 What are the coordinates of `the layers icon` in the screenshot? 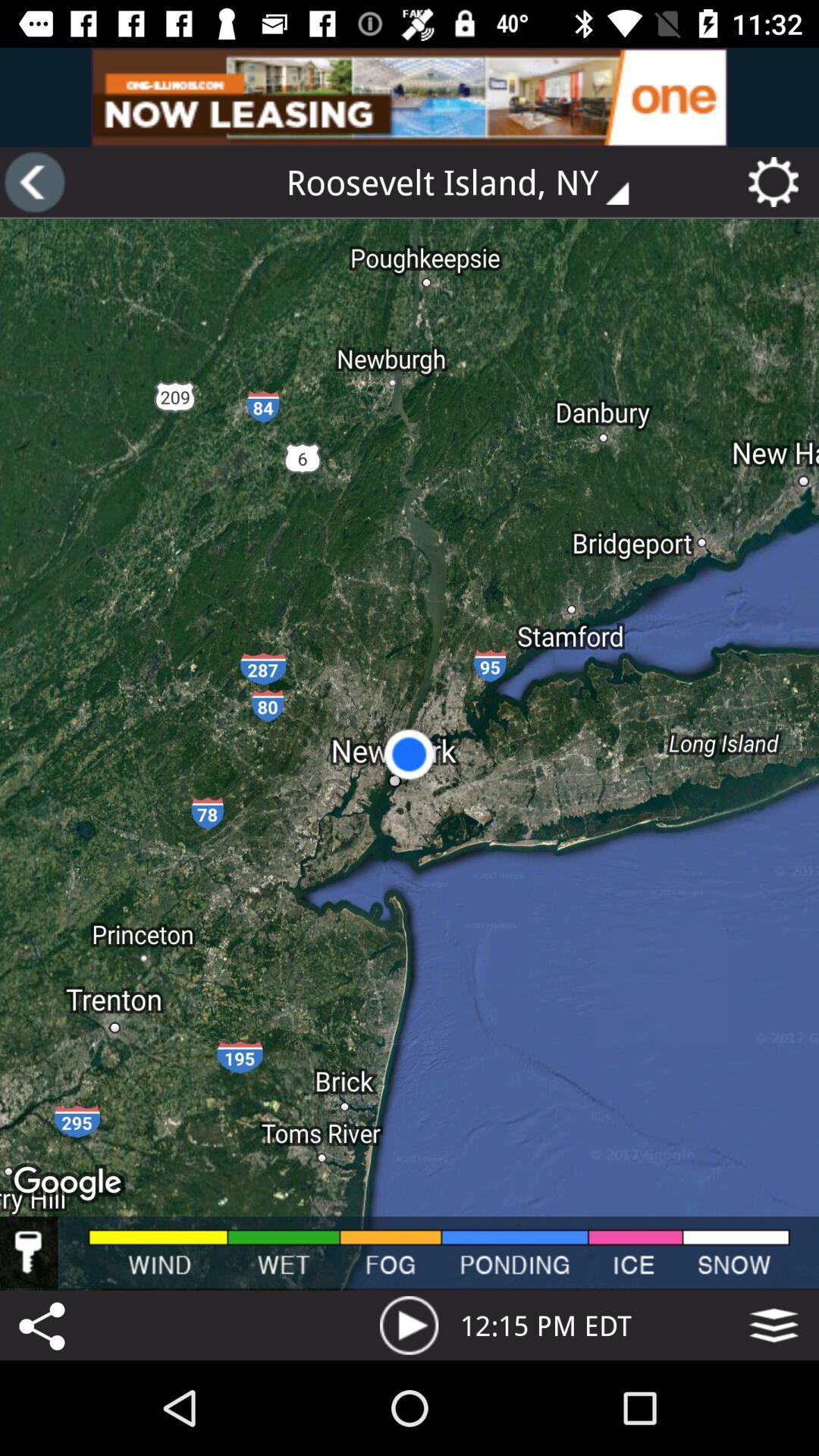 It's located at (773, 1324).